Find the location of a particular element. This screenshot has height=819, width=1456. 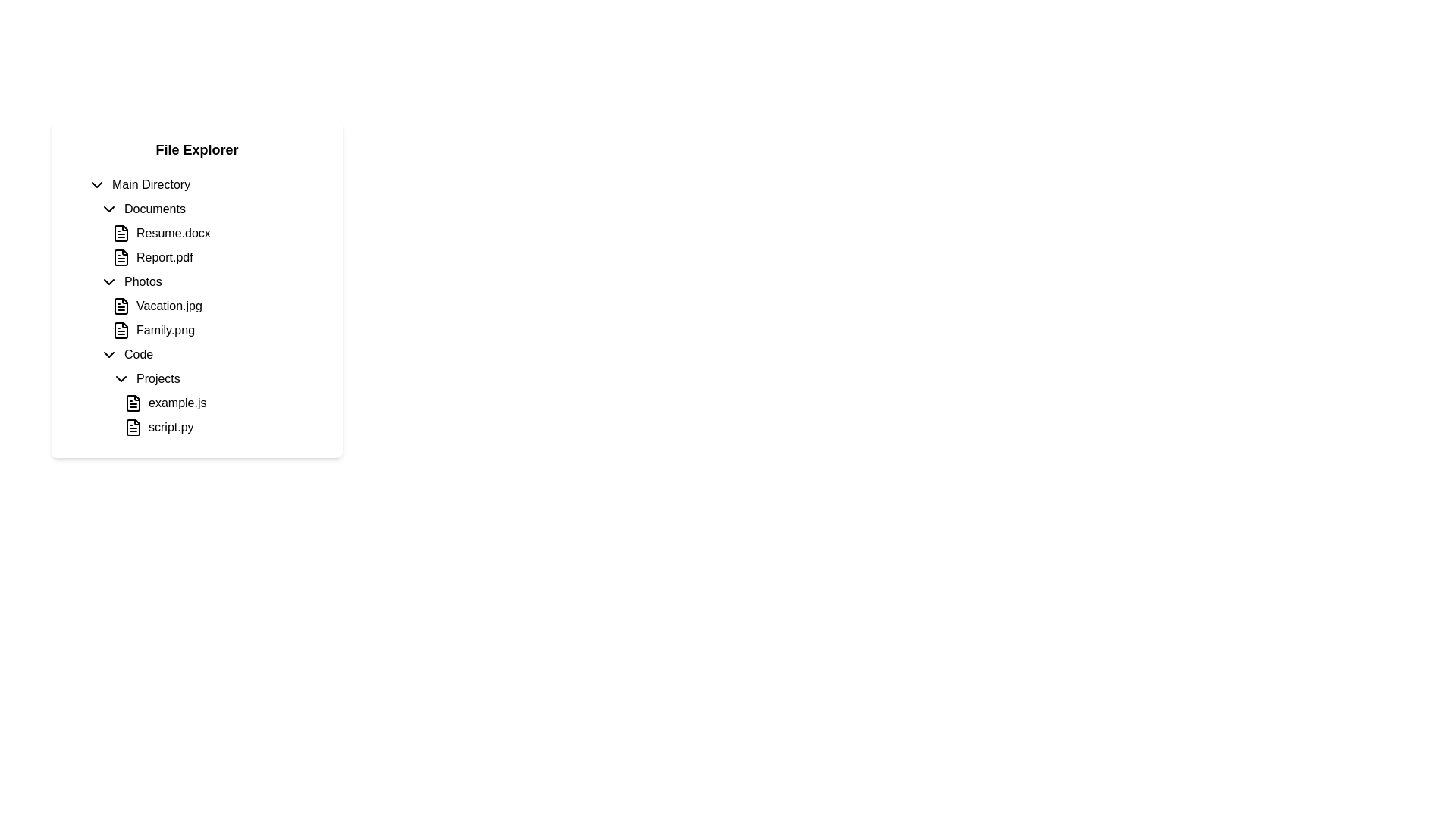

the first expandable list item in the hierarchical file explorer is located at coordinates (202, 184).